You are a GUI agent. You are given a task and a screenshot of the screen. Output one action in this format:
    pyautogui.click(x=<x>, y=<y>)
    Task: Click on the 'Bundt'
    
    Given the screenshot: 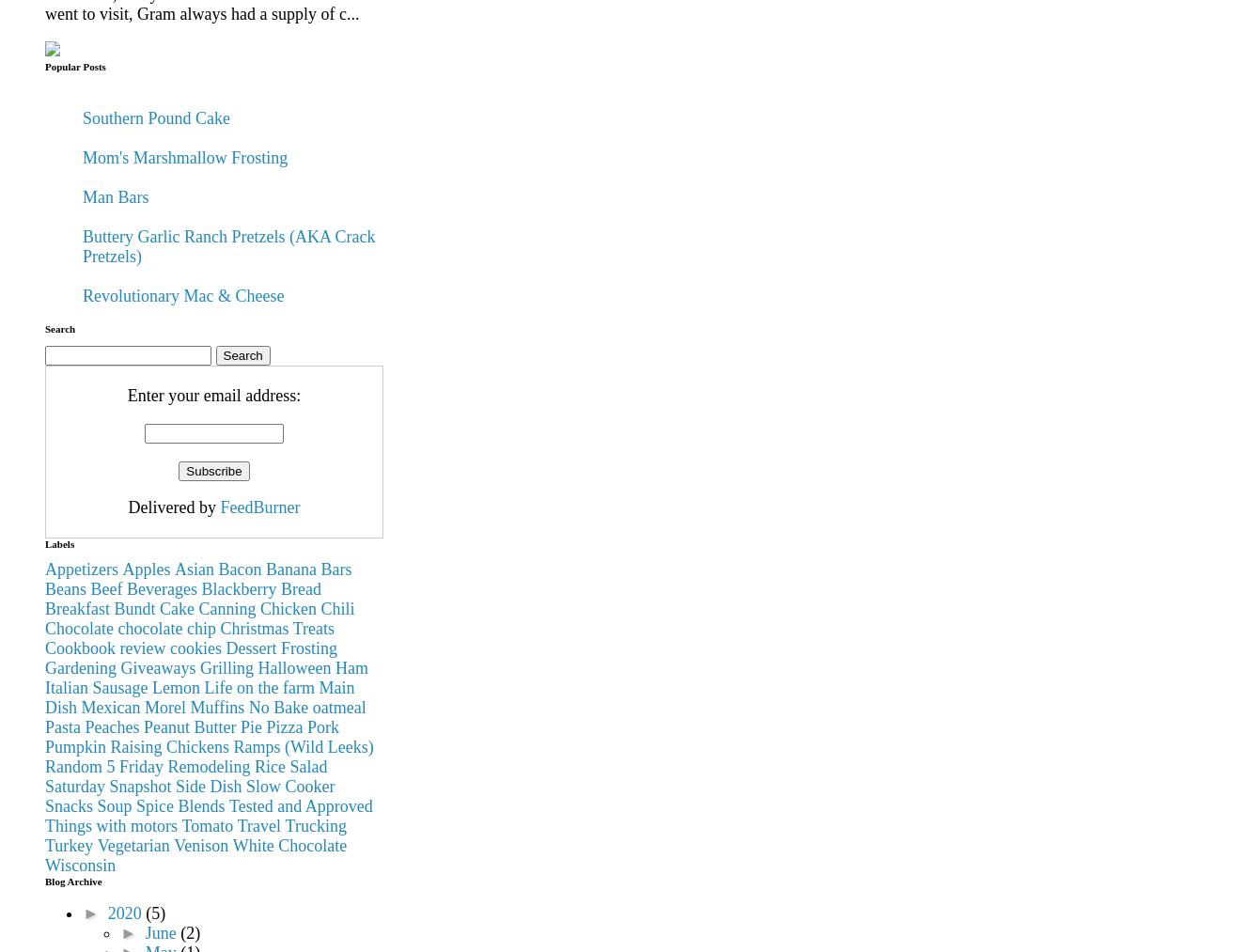 What is the action you would take?
    pyautogui.click(x=133, y=608)
    